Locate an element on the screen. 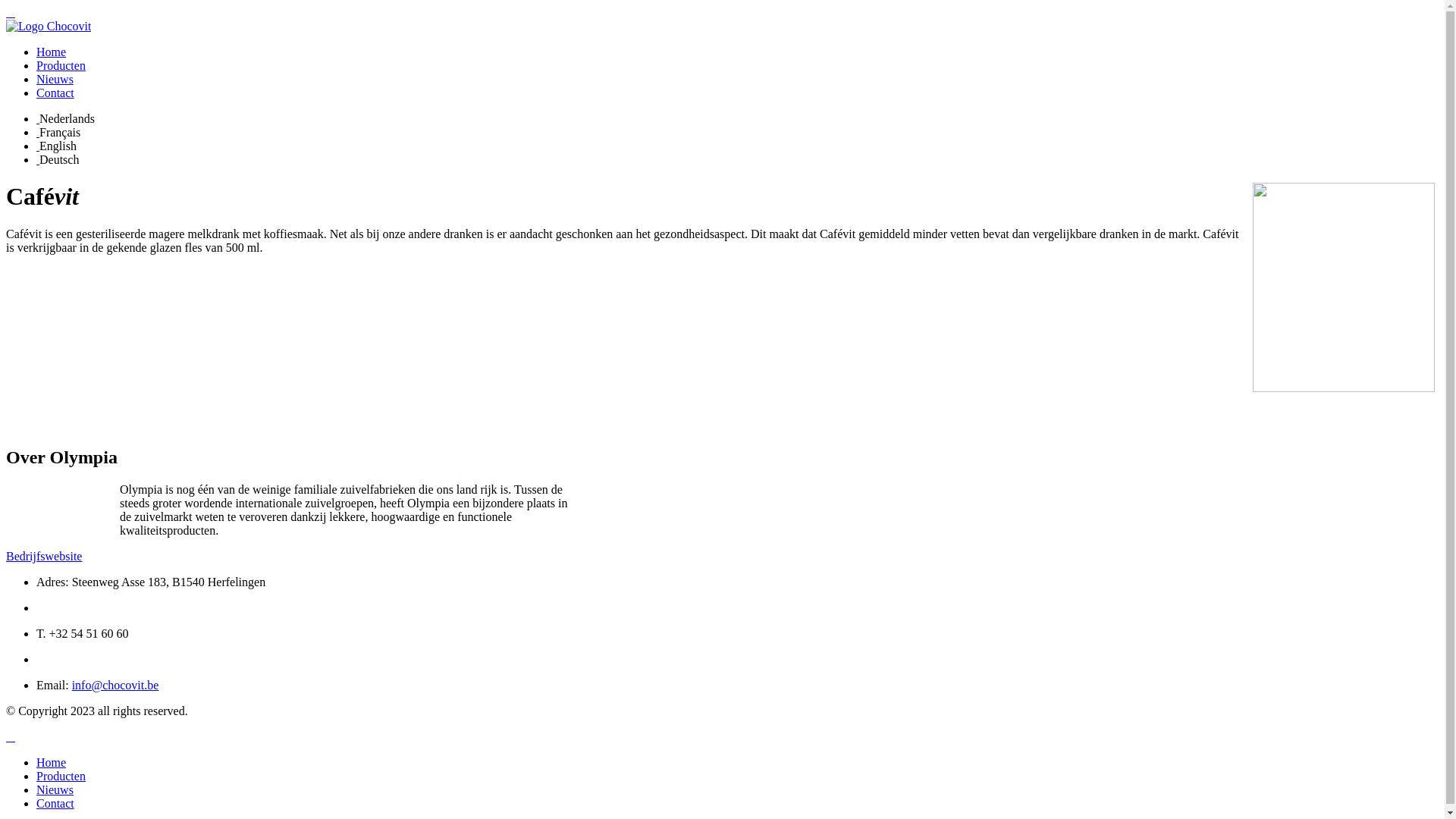  ' ' is located at coordinates (37, 159).